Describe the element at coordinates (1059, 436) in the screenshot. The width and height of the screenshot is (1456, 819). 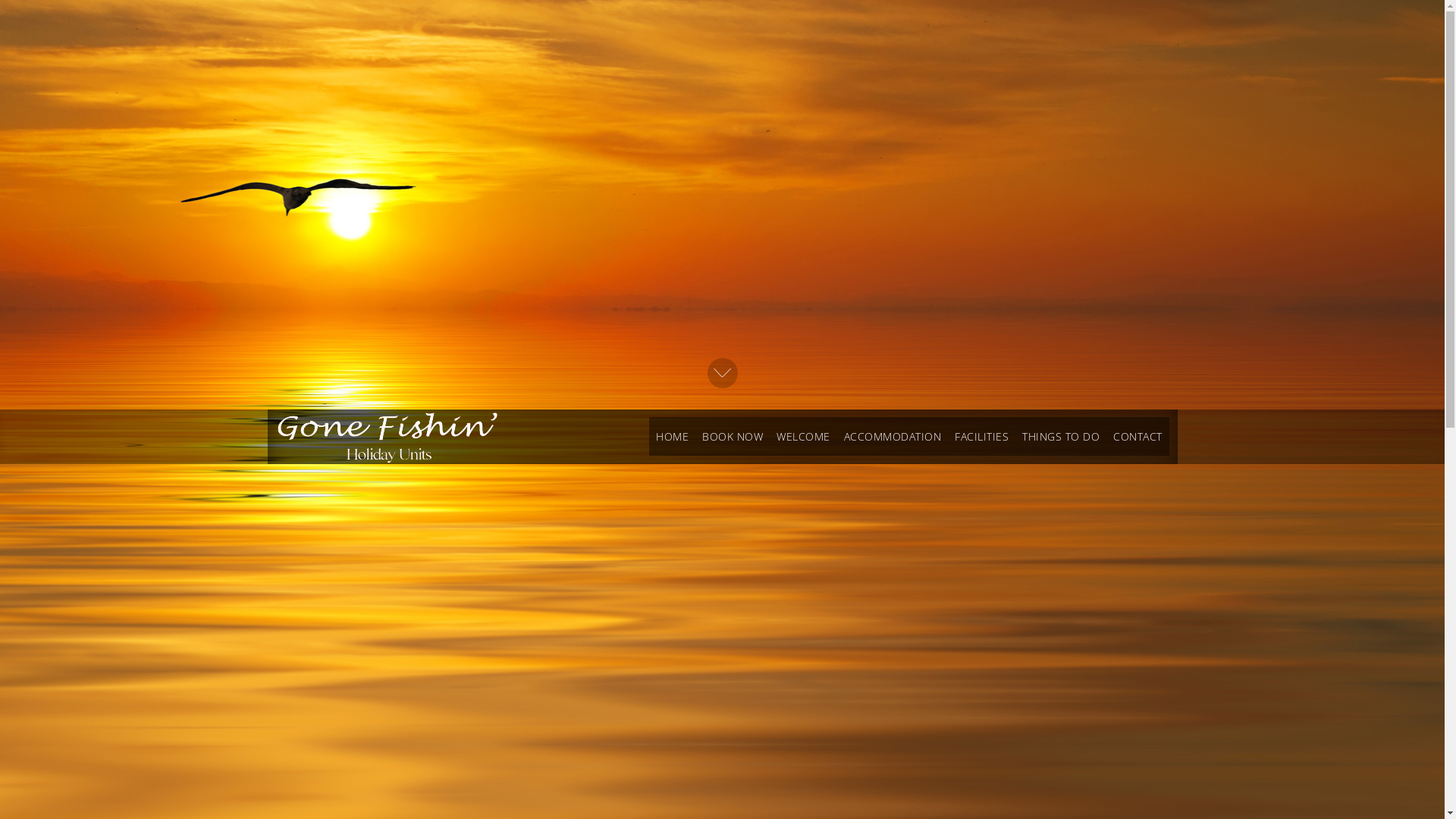
I see `'THINGS TO DO'` at that location.